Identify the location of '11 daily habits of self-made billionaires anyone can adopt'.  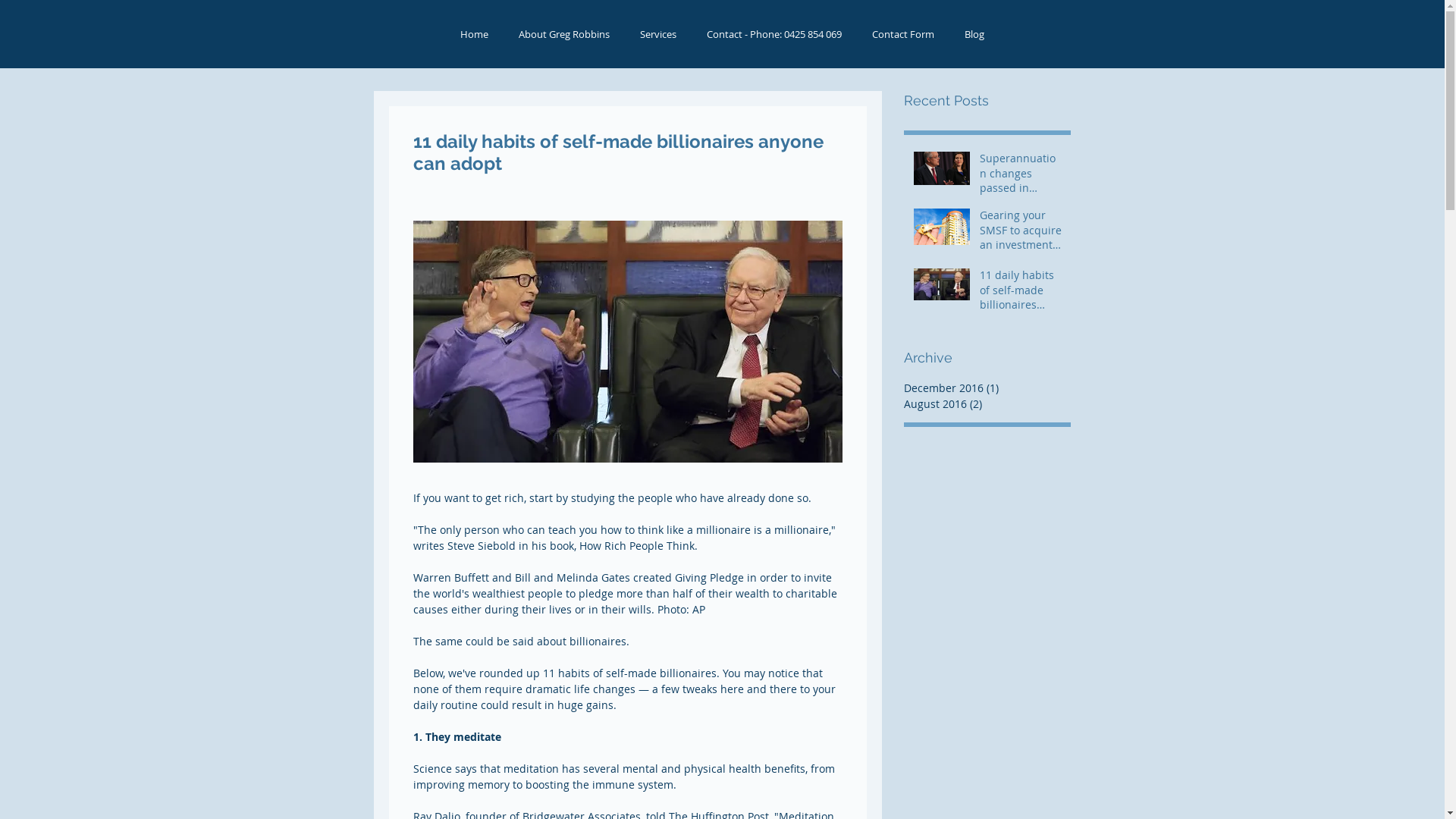
(1020, 293).